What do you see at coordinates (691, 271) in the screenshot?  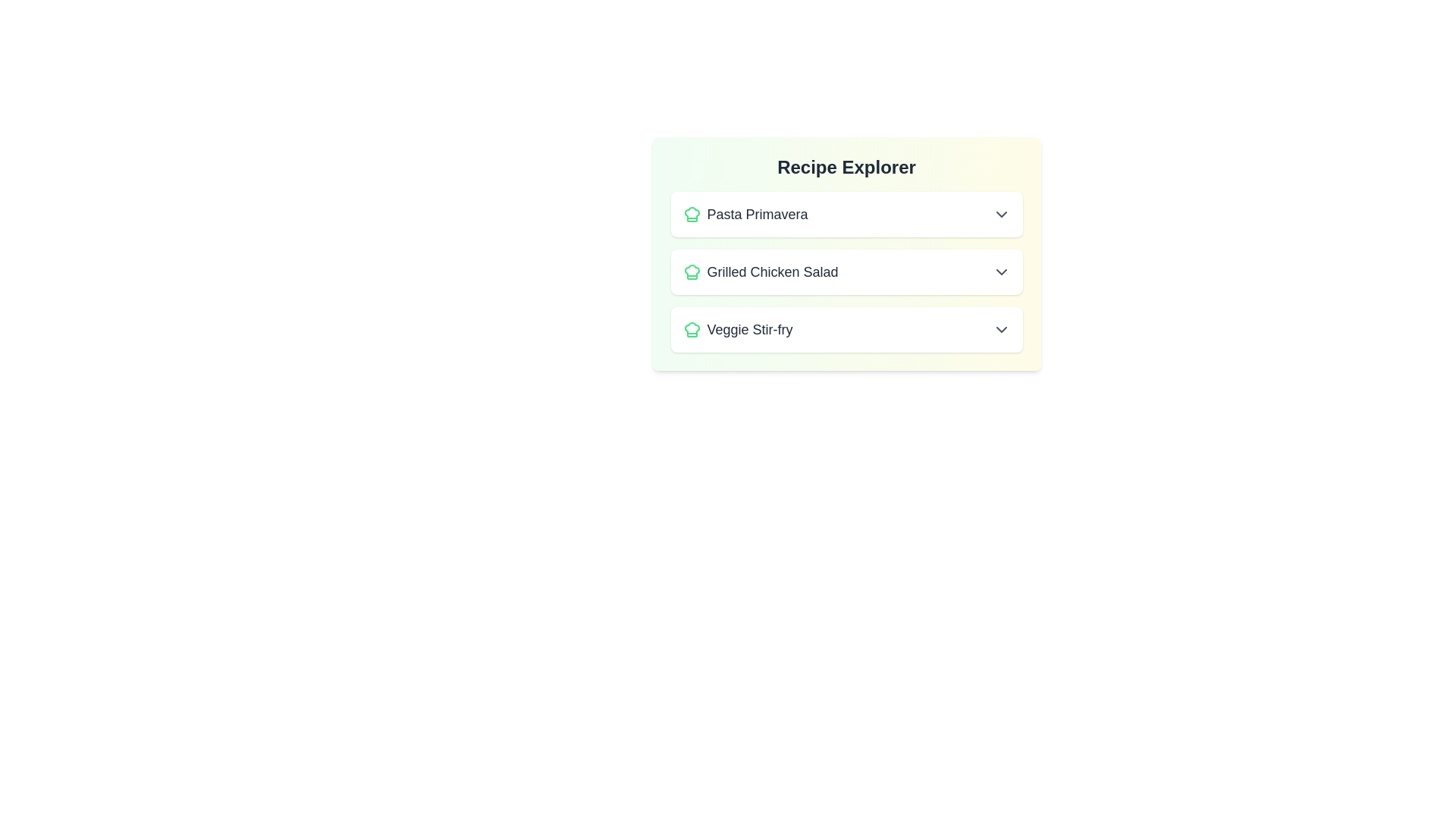 I see `the icon associated with Grilled Chicken Salad` at bounding box center [691, 271].